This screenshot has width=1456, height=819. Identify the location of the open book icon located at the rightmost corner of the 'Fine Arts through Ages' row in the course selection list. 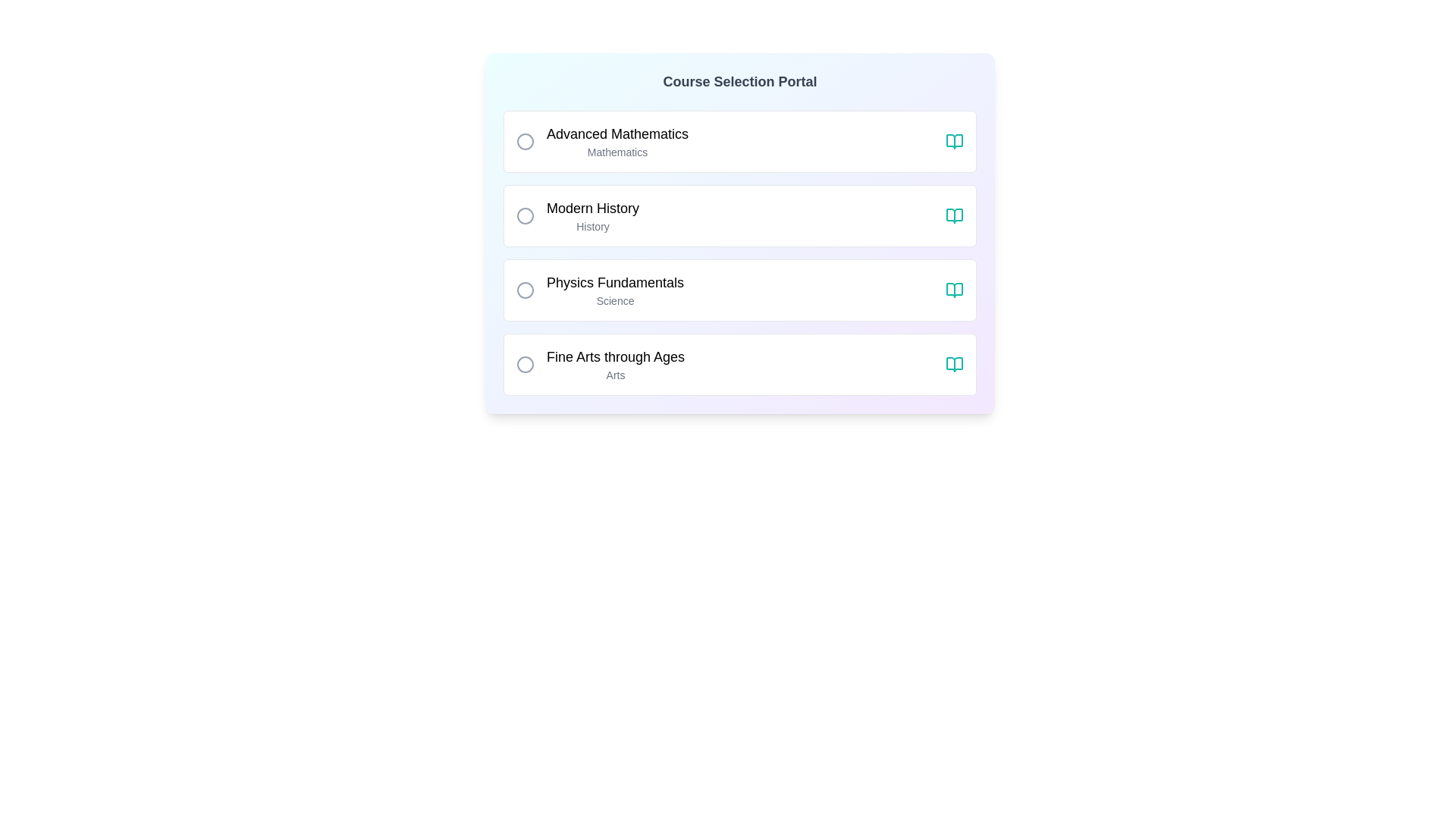
(953, 365).